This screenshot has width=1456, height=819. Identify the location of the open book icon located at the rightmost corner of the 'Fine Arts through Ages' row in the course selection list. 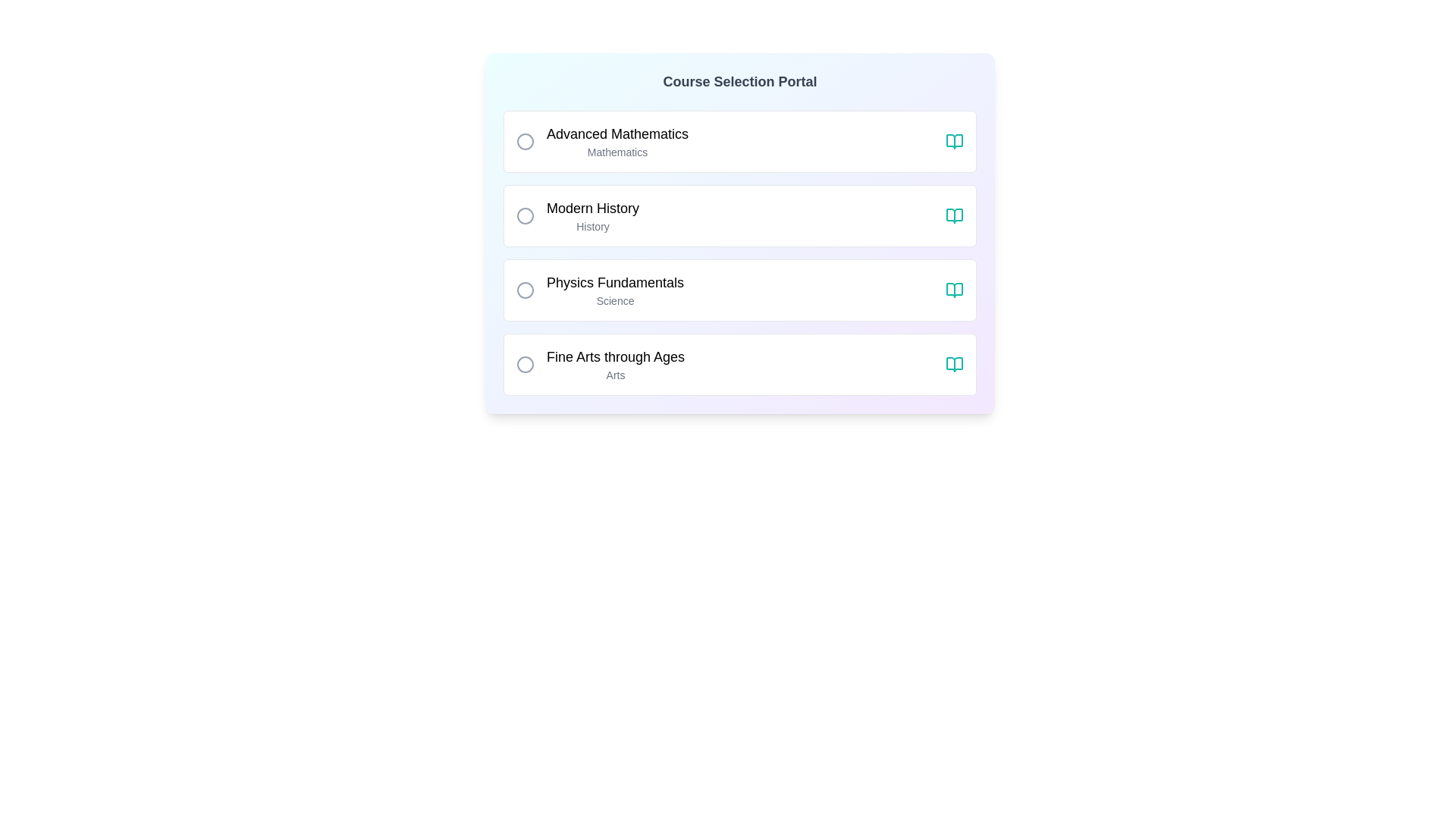
(953, 365).